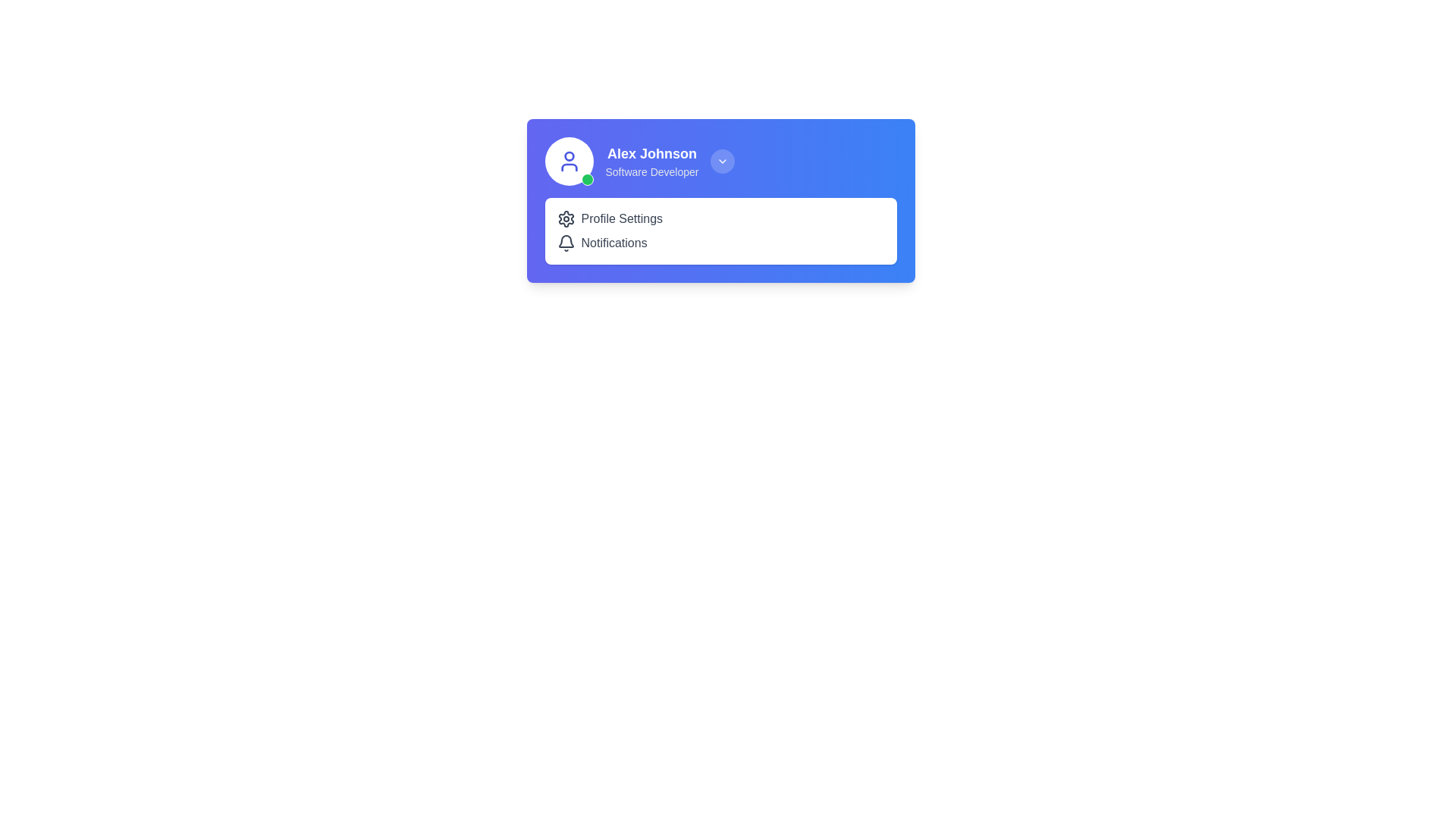 The image size is (1456, 819). I want to click on the small white circle located inside the avatar icon at the top-left corner of the profile card, which is part of an SVG illustration and positioned in the center of the avatar, so click(568, 156).